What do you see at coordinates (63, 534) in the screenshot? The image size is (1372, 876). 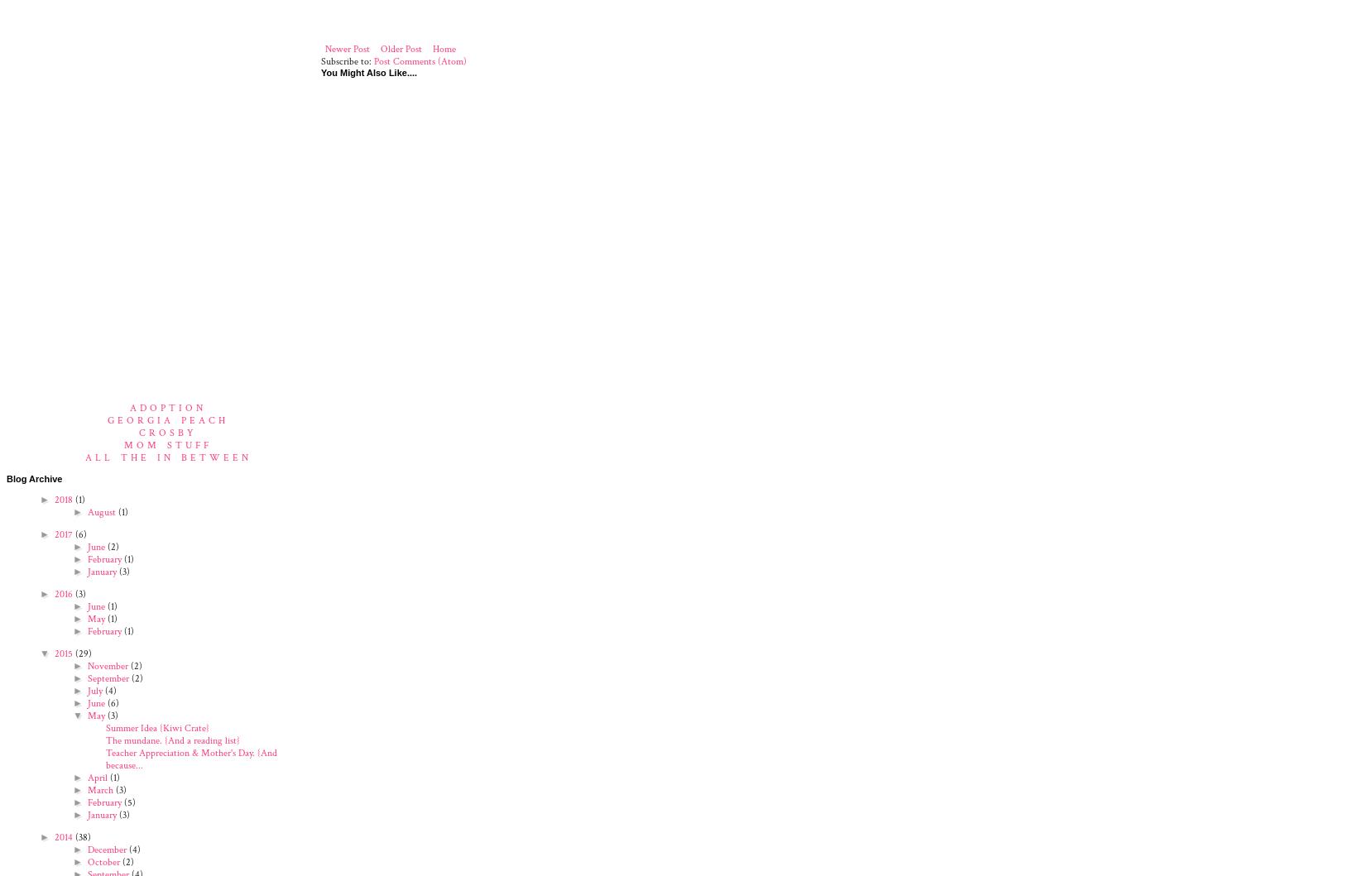 I see `'2017'` at bounding box center [63, 534].